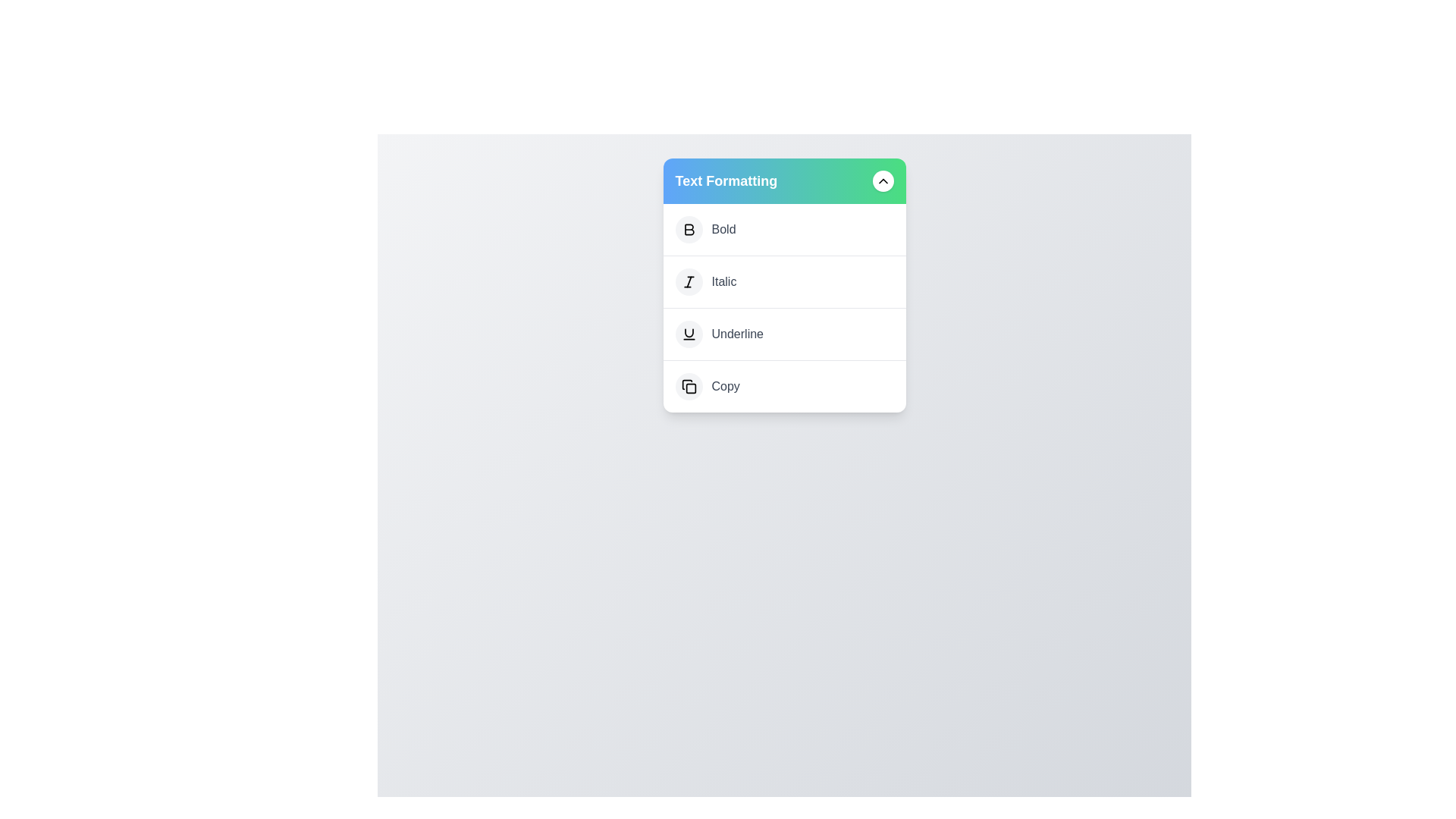 The height and width of the screenshot is (819, 1456). Describe the element at coordinates (883, 180) in the screenshot. I see `the header button to toggle the menu visibility` at that location.